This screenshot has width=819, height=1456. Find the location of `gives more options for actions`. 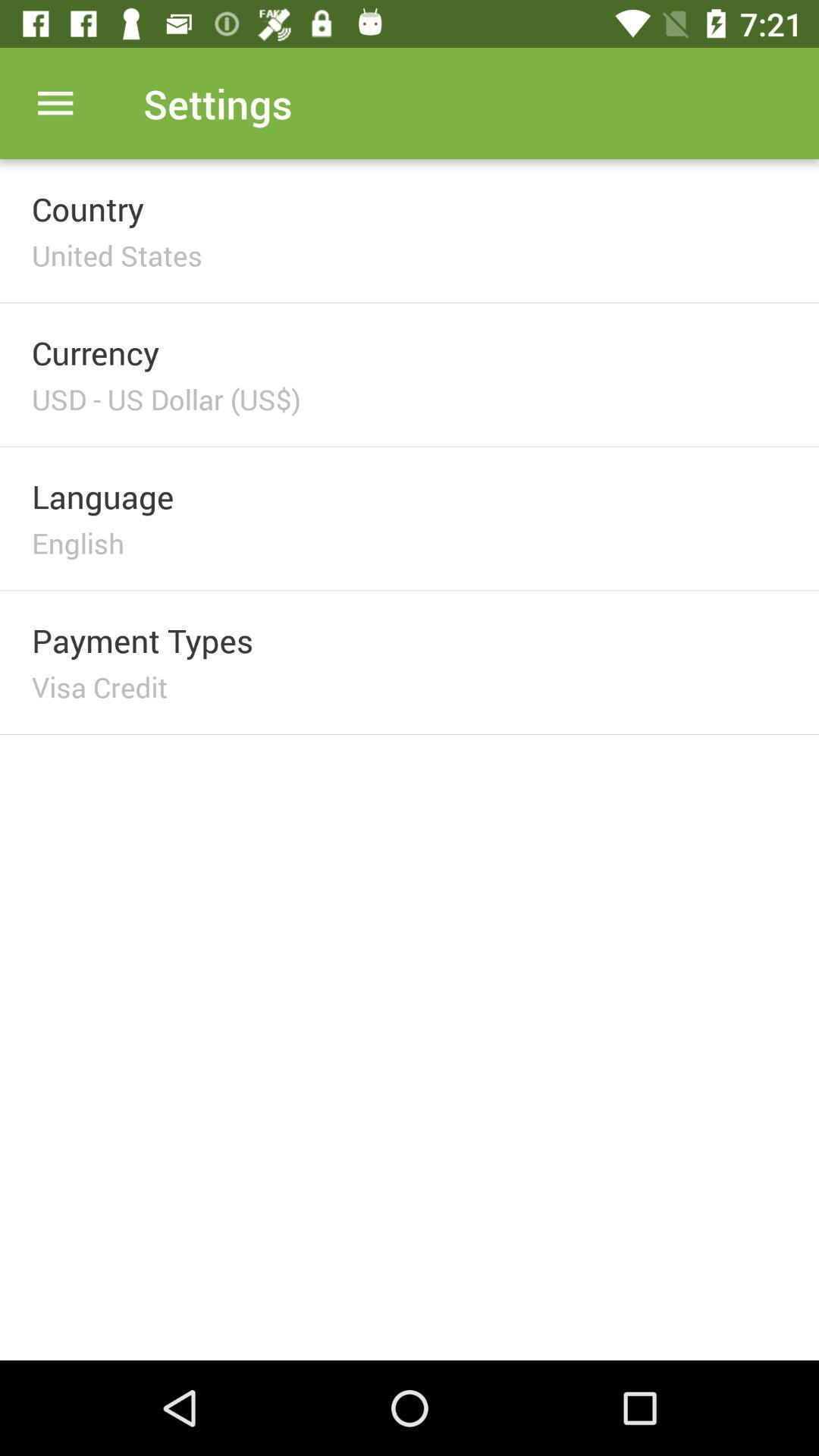

gives more options for actions is located at coordinates (55, 102).